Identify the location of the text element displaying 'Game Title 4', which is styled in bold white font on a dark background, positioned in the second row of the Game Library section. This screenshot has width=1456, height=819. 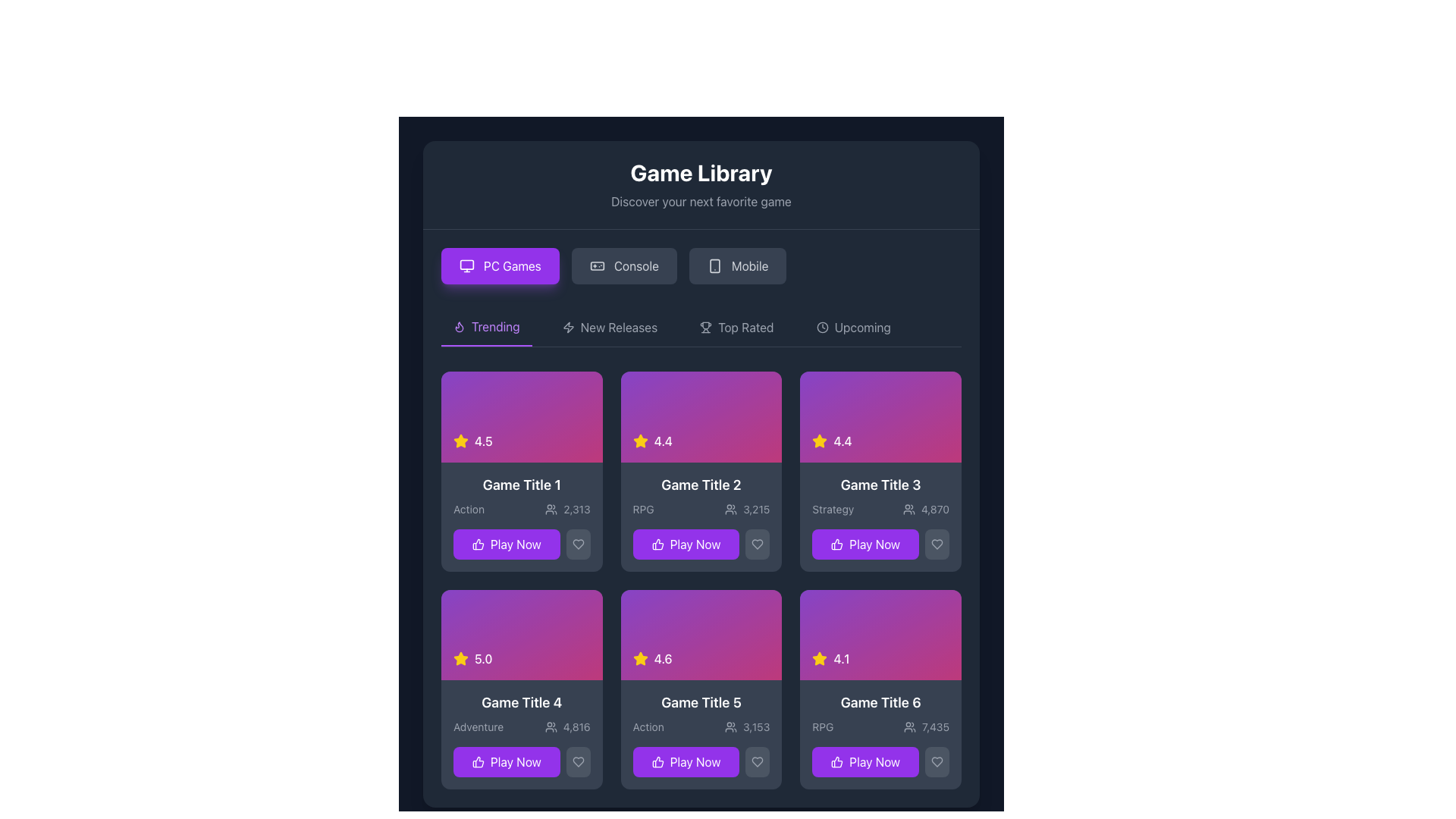
(522, 703).